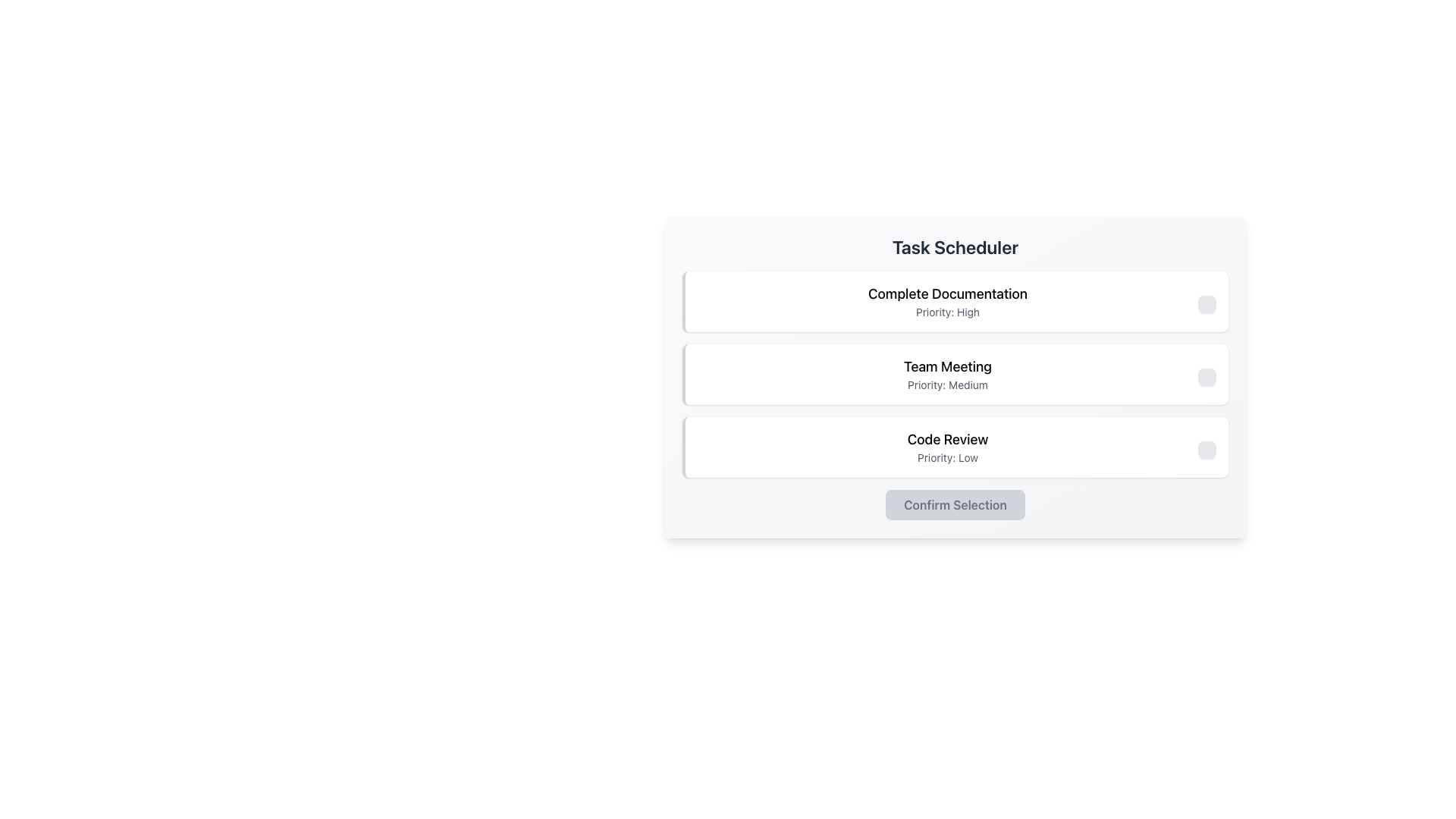  I want to click on the Text element that displays the priority status of the associated task, which is 'Low', located beneath the 'Code Review' heading, so click(946, 457).